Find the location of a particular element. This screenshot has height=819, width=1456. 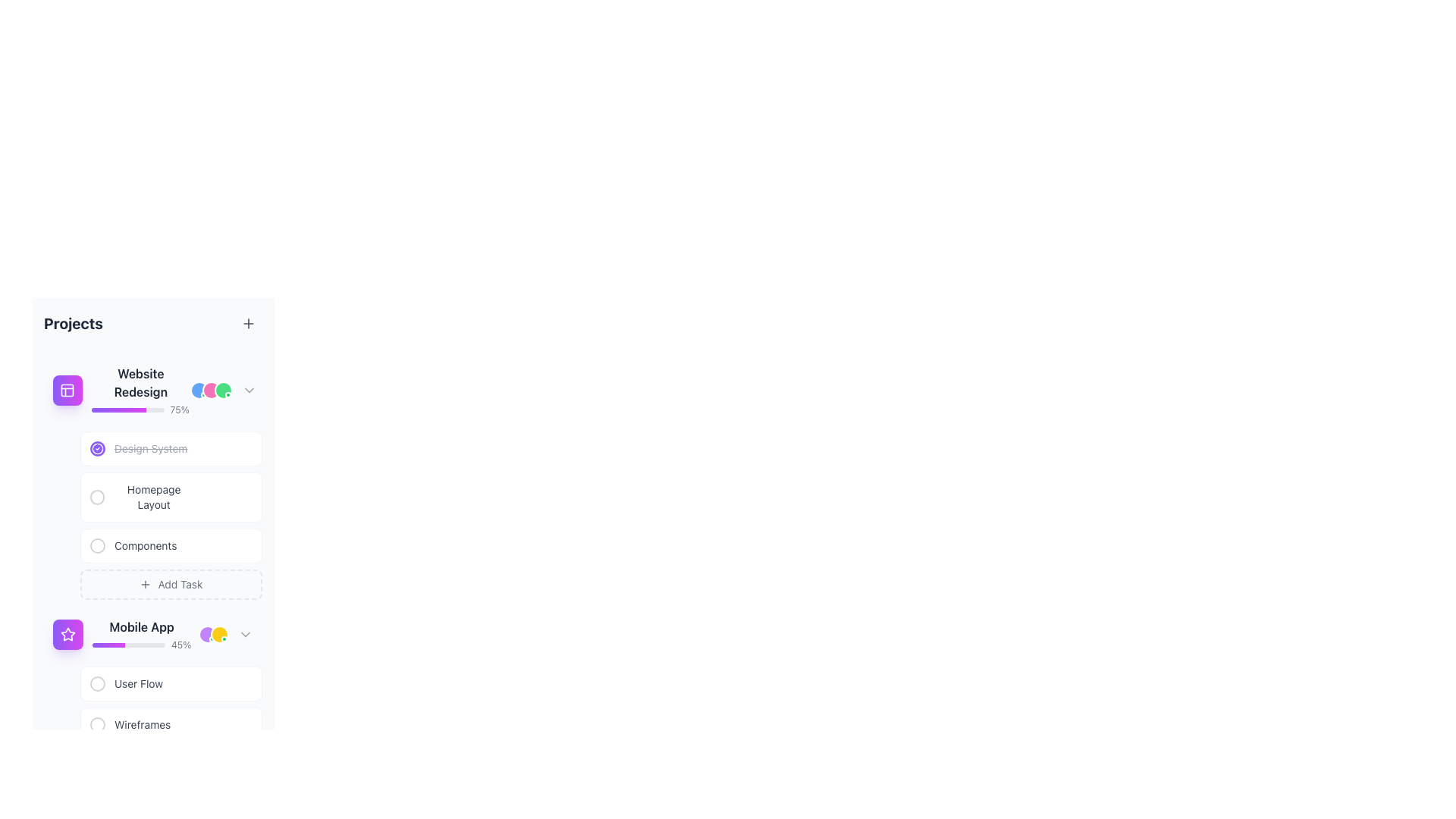

the 'Homepage Layout' task item in the project management sidebar is located at coordinates (171, 497).